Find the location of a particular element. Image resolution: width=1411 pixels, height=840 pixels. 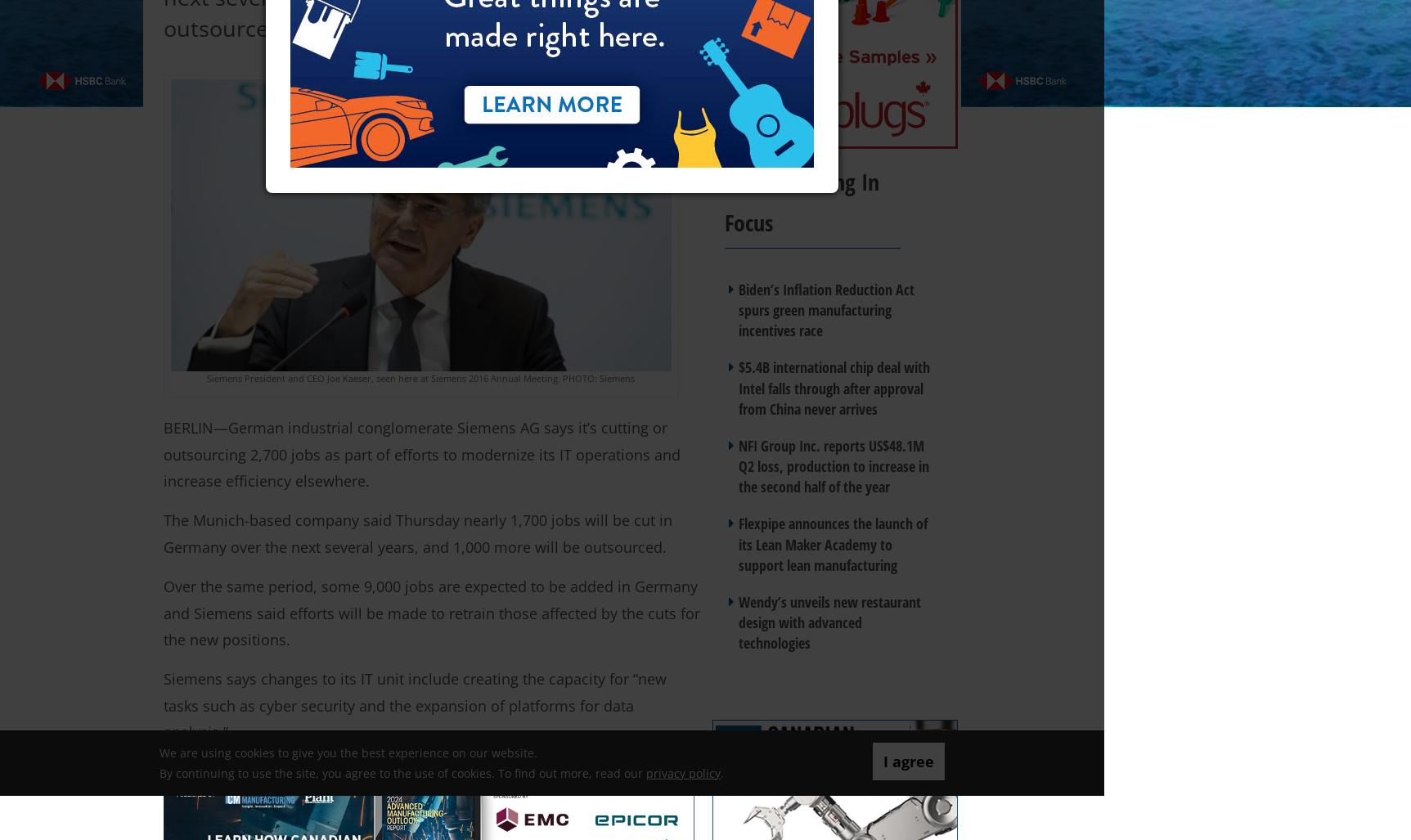

'The Munich-based company said Thursday nearly 1,700 jobs will be cut in Germany over the next several years, and 1,000 more will be outsourced.' is located at coordinates (163, 532).